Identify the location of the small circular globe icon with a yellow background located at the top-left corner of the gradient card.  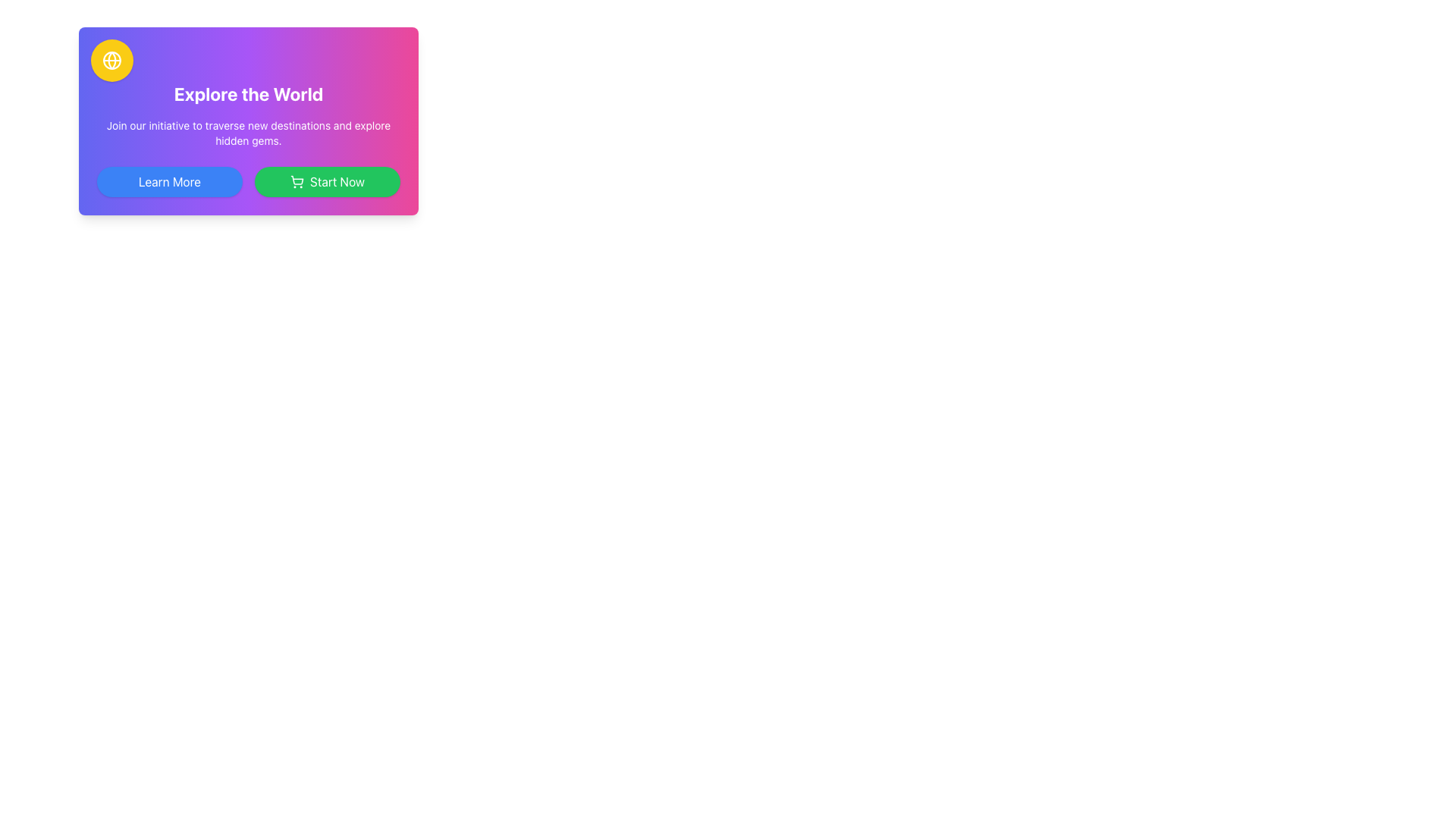
(111, 60).